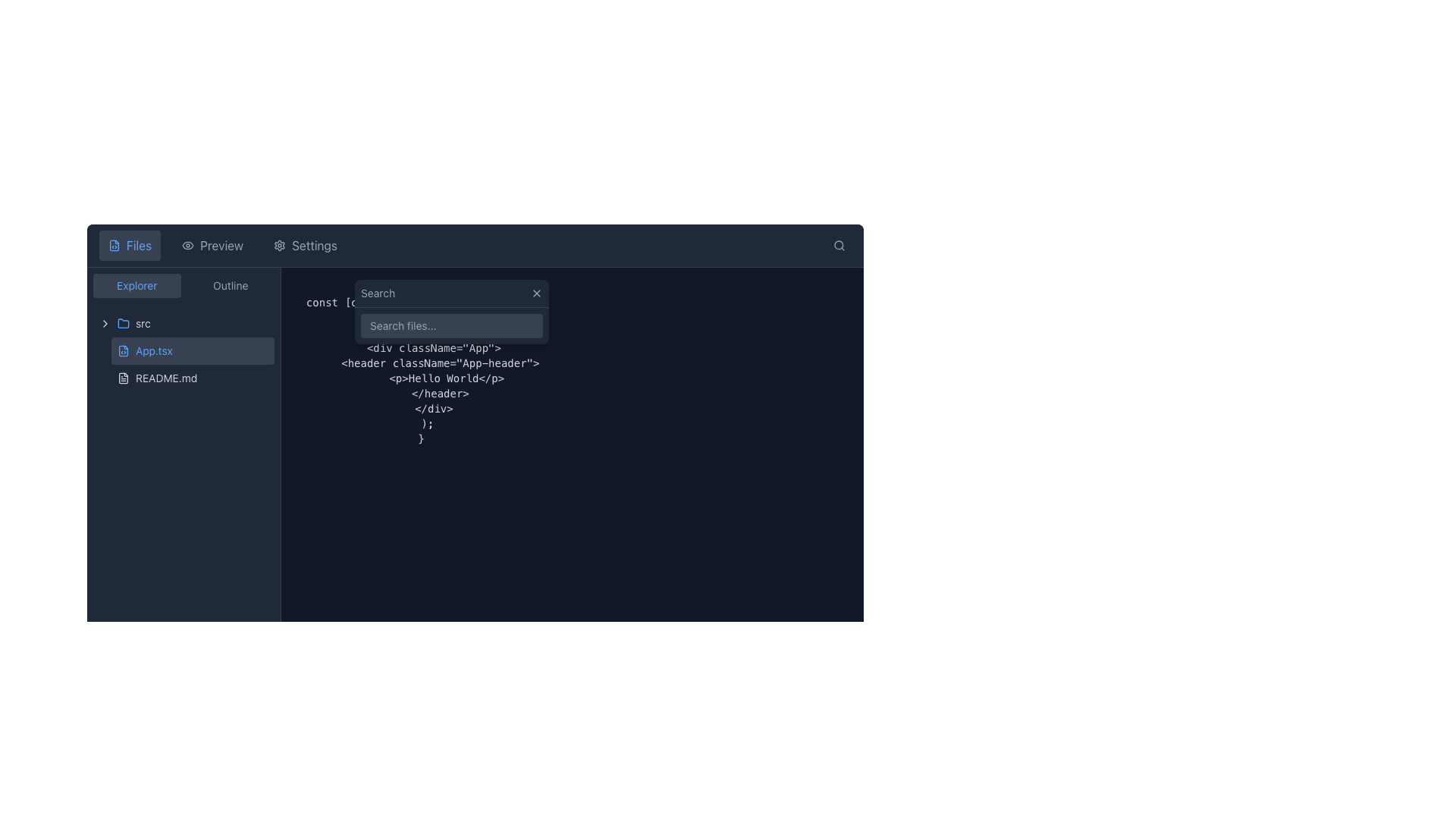 Image resolution: width=1456 pixels, height=819 pixels. Describe the element at coordinates (183, 286) in the screenshot. I see `the 'Outline' button of the toggle navigation element` at that location.